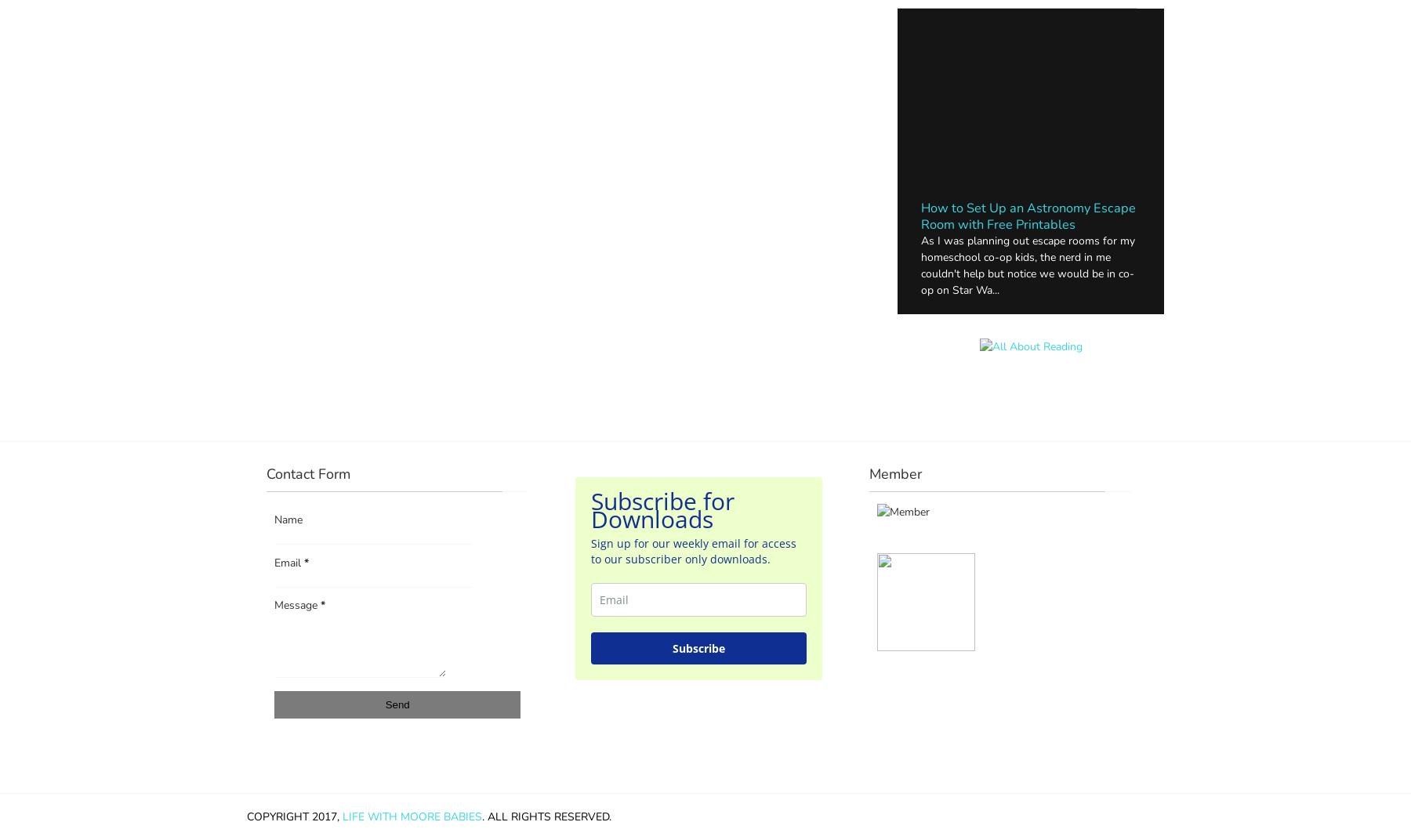 The width and height of the screenshot is (1411, 840). I want to click on 'Message', so click(297, 605).